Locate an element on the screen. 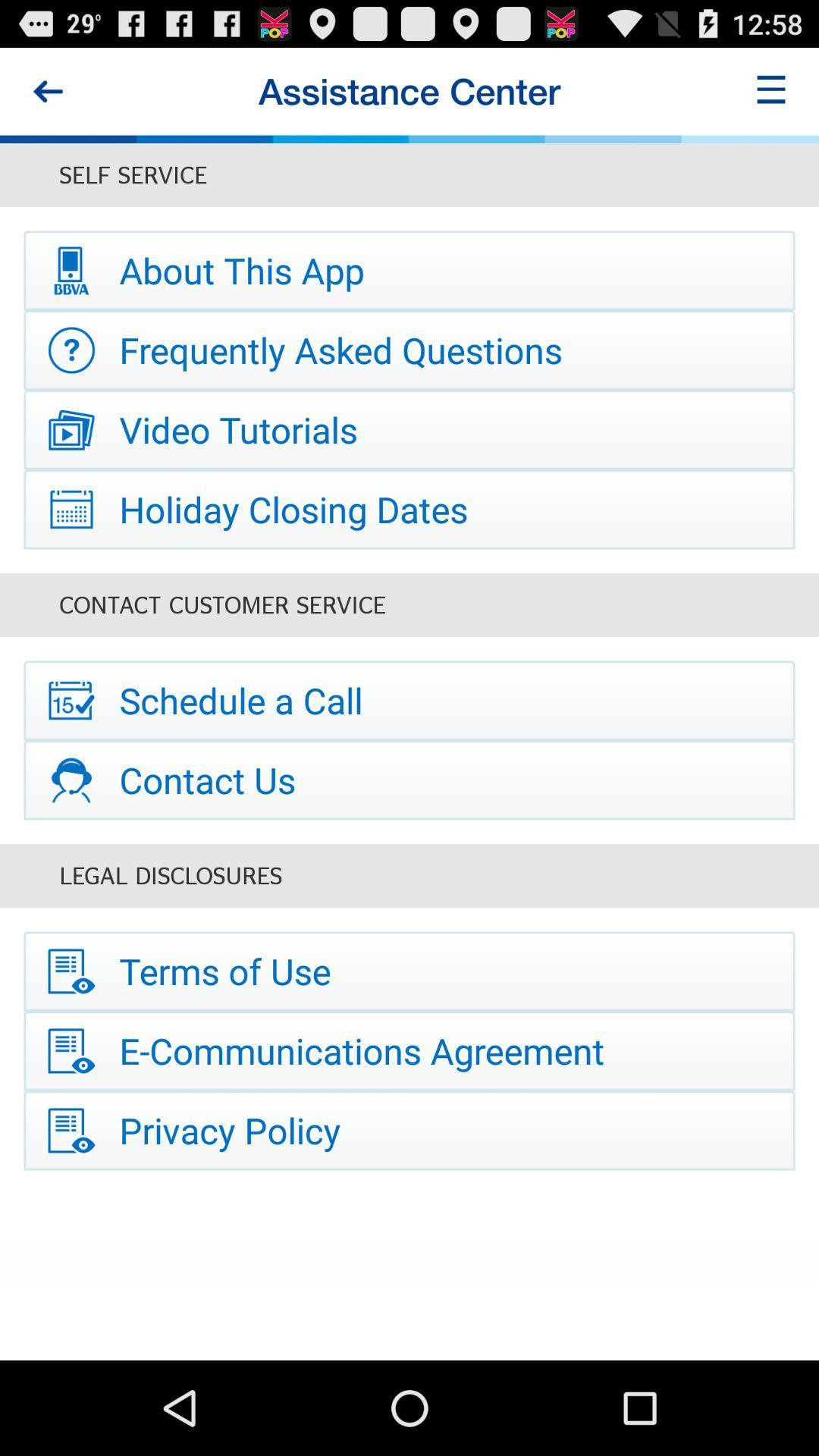 The height and width of the screenshot is (1456, 819). item below the about this app is located at coordinates (409, 349).